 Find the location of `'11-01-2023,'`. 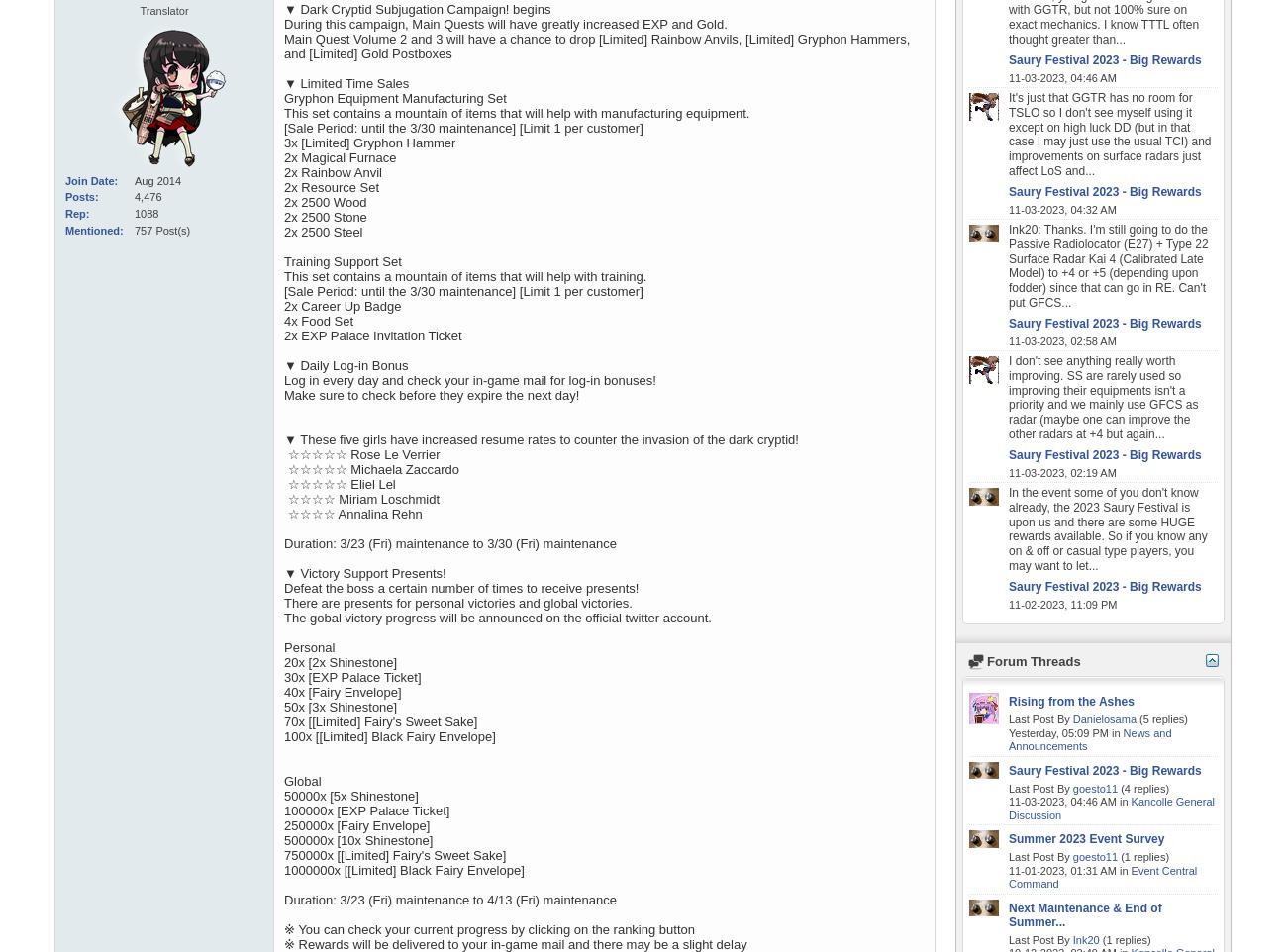

'11-01-2023,' is located at coordinates (1039, 868).